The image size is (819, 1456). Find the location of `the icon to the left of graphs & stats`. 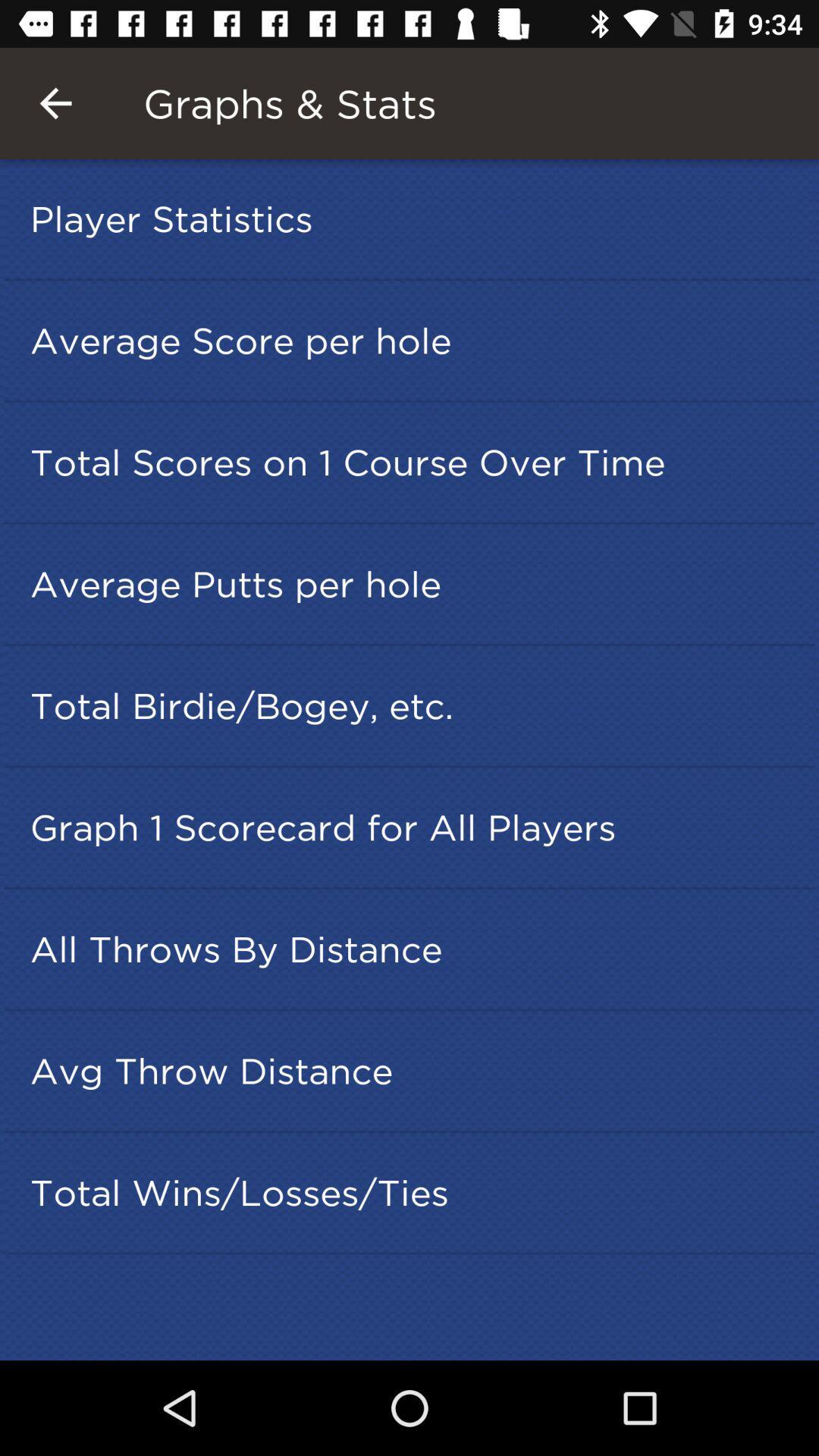

the icon to the left of graphs & stats is located at coordinates (55, 102).